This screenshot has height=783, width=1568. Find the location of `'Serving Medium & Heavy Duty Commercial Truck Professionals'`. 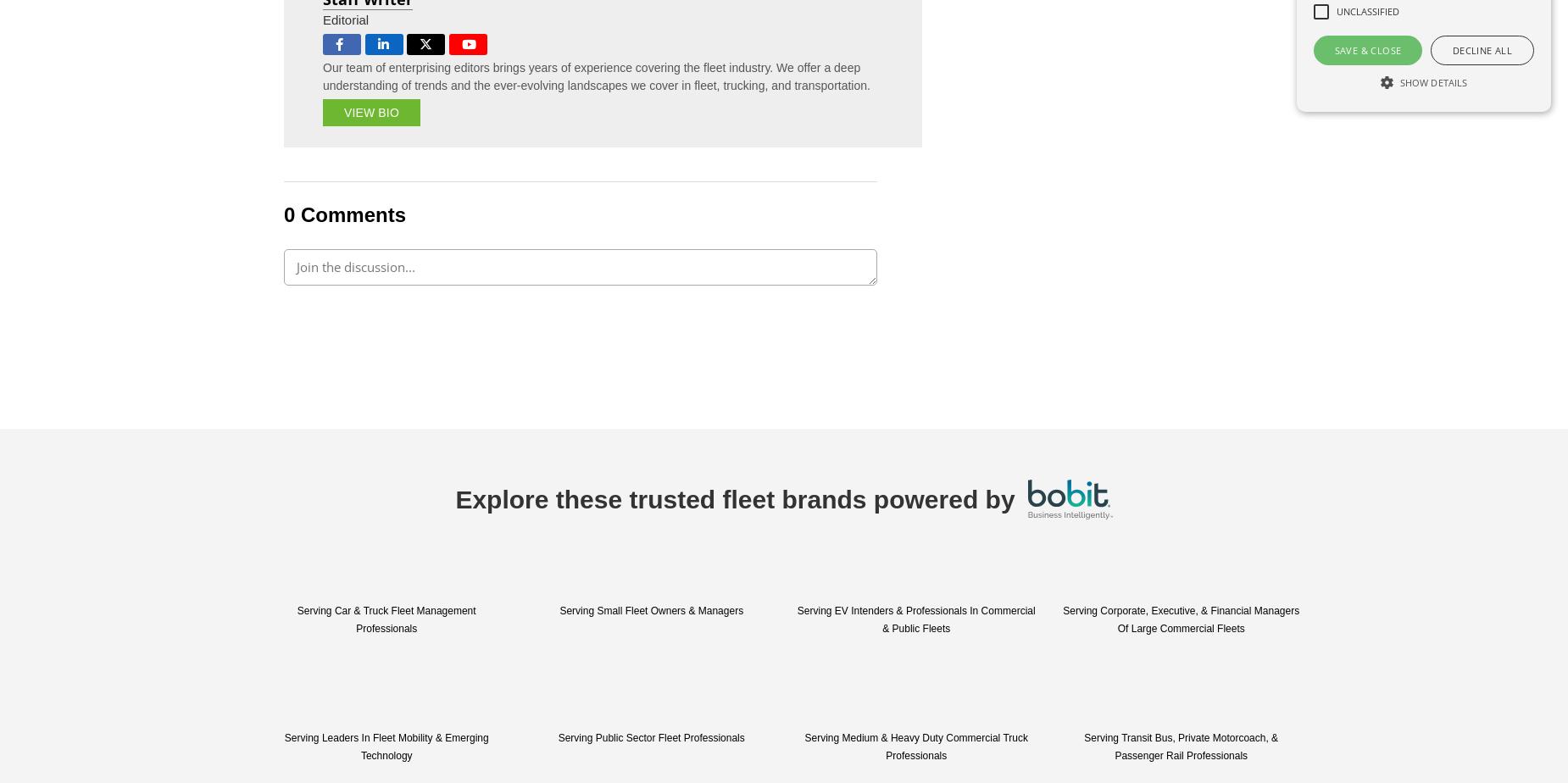

'Serving Medium & Heavy Duty Commercial Truck Professionals' is located at coordinates (915, 747).